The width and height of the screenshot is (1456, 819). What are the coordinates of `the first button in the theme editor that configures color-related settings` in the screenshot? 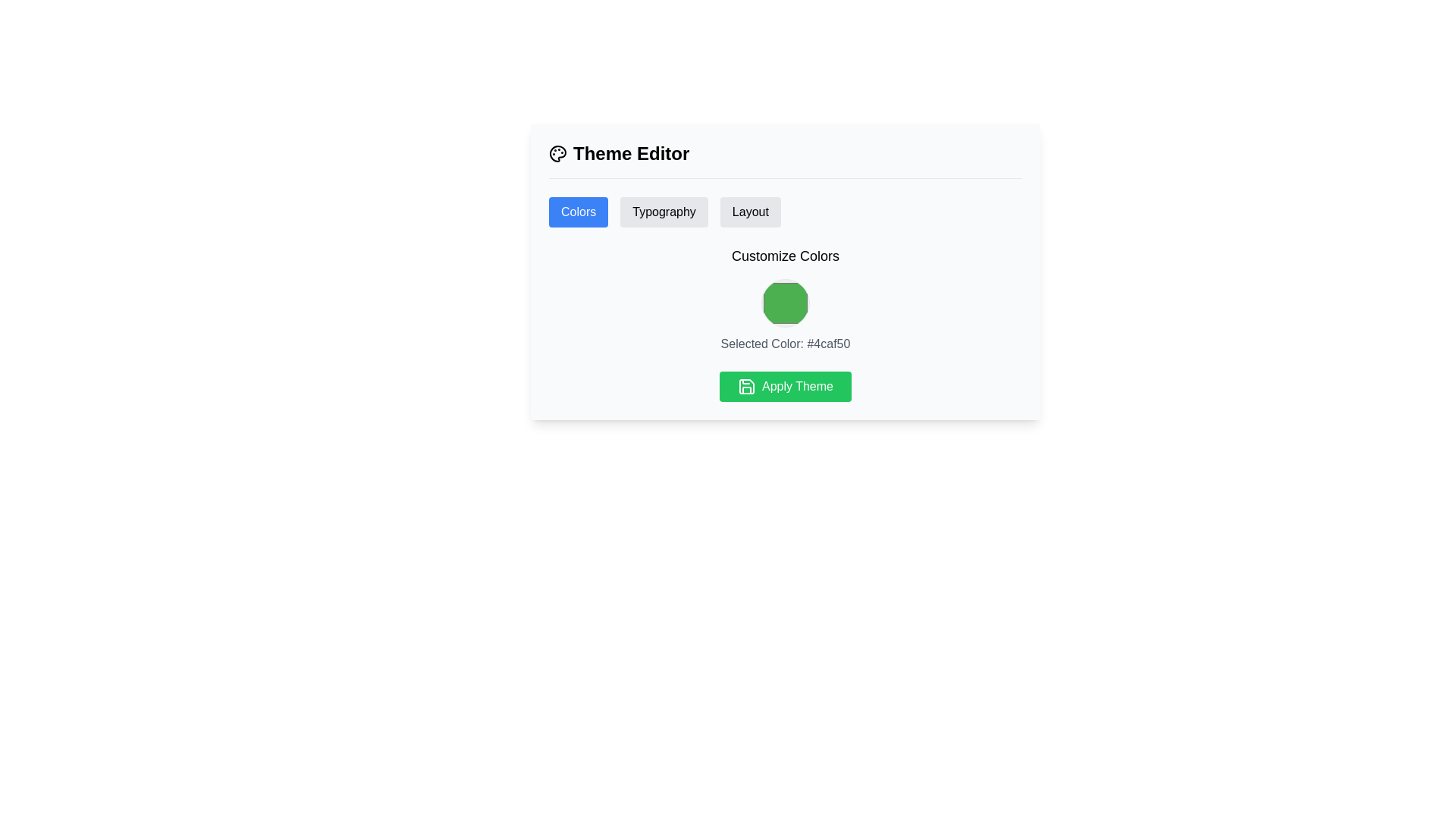 It's located at (578, 212).